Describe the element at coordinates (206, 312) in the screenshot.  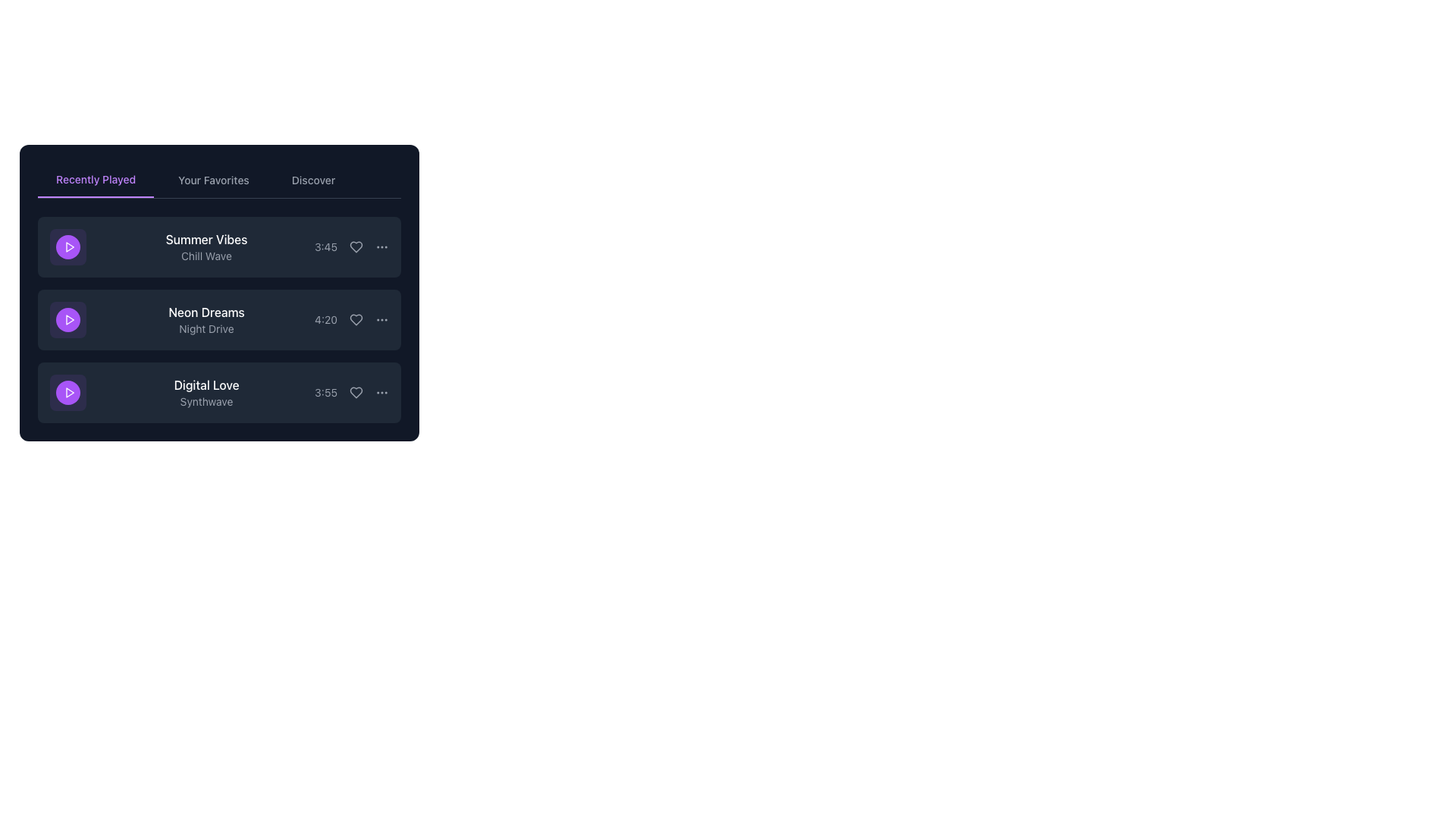
I see `the text label reading 'Neon Dreams', which is styled in white and positioned centrally above 'Night Drive' in a dark background` at that location.